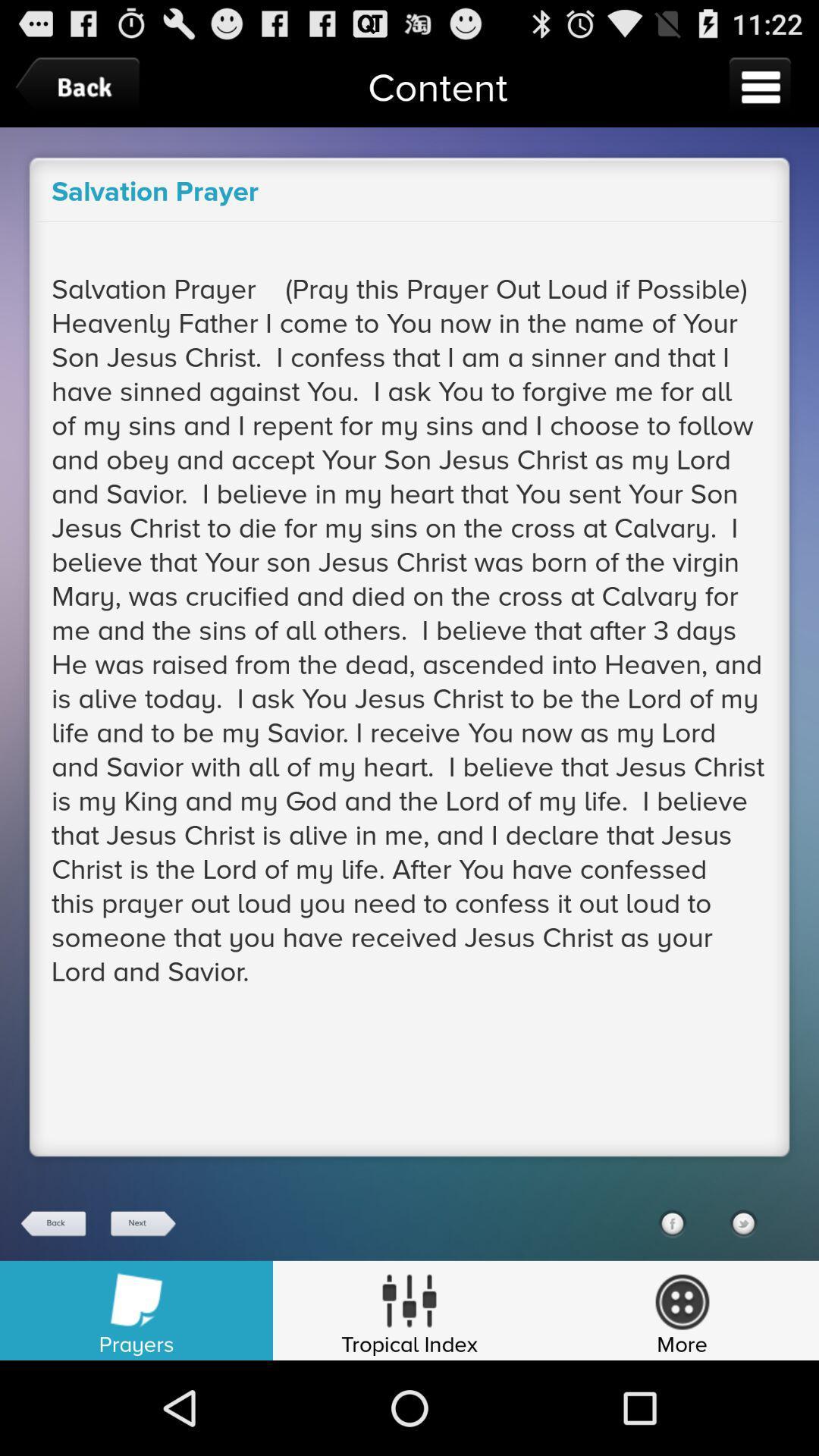 The height and width of the screenshot is (1456, 819). I want to click on the item at the top right corner, so click(760, 86).